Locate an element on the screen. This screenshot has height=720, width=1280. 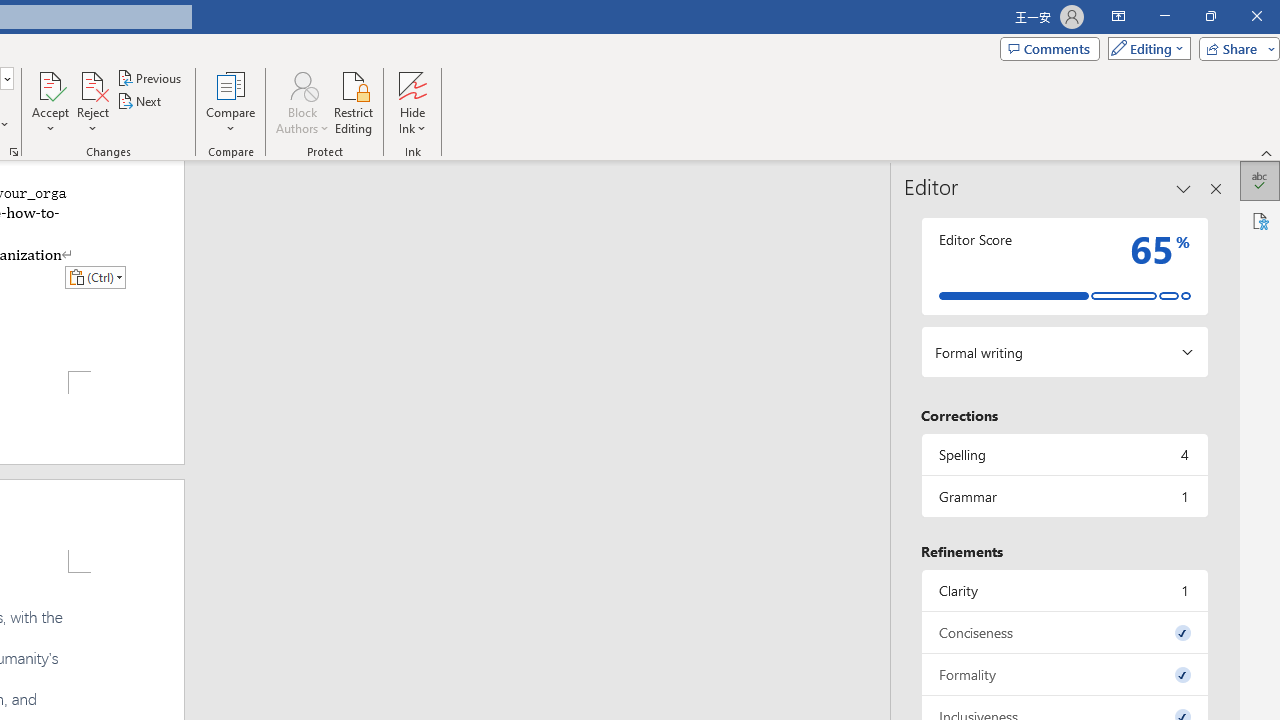
'Next' is located at coordinates (139, 101).